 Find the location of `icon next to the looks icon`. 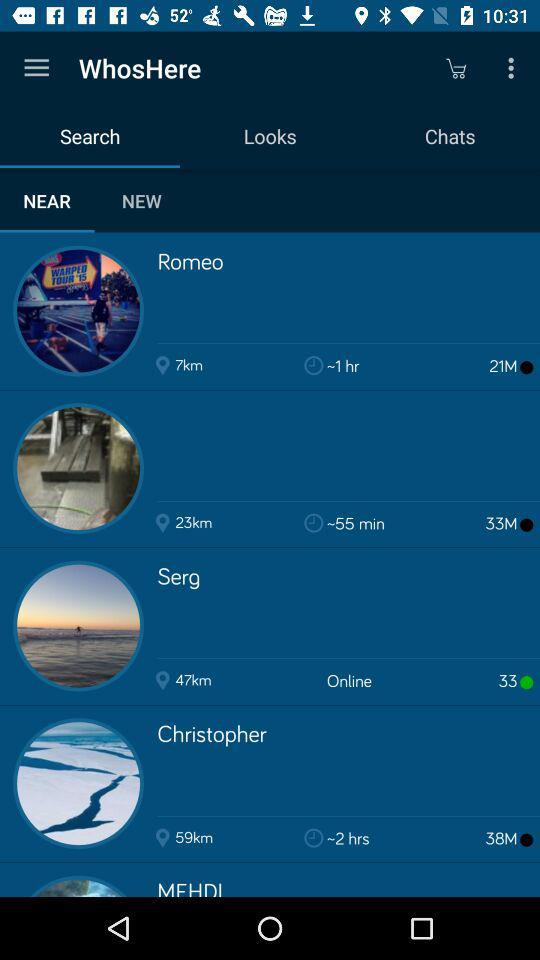

icon next to the looks icon is located at coordinates (455, 68).